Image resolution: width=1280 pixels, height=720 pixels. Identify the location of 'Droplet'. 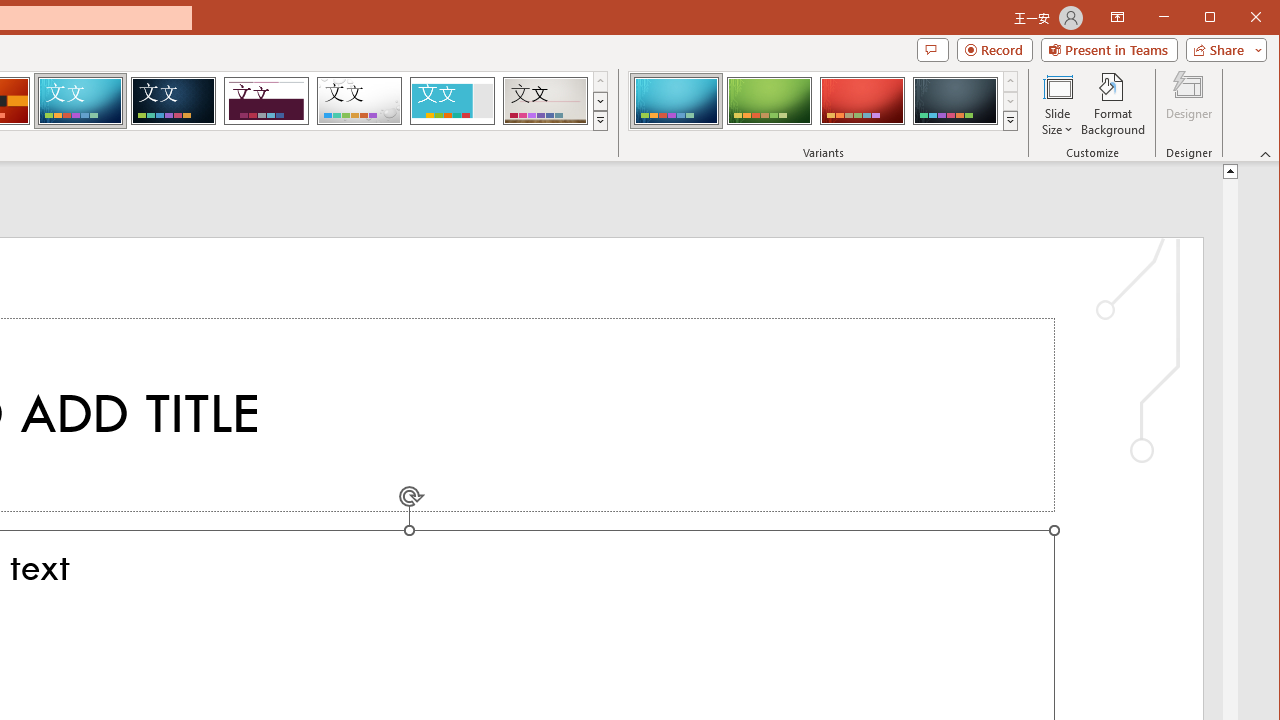
(359, 100).